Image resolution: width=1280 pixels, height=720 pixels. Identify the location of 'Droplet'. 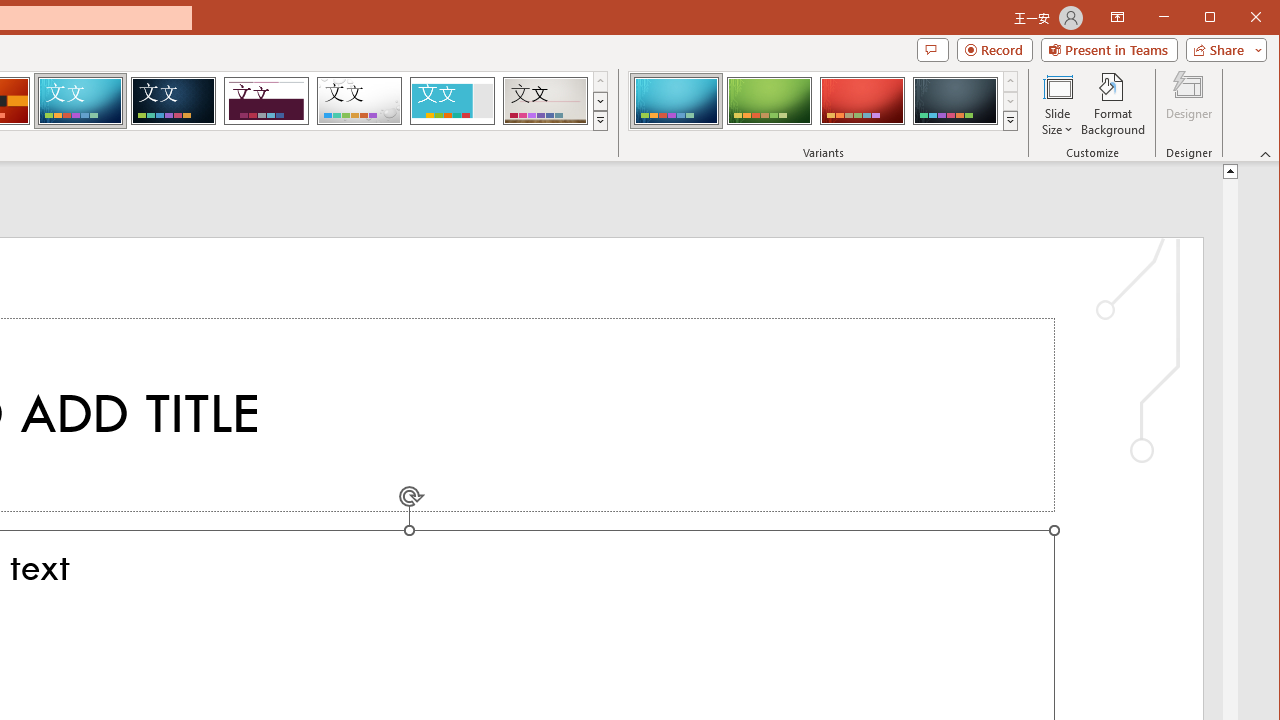
(359, 100).